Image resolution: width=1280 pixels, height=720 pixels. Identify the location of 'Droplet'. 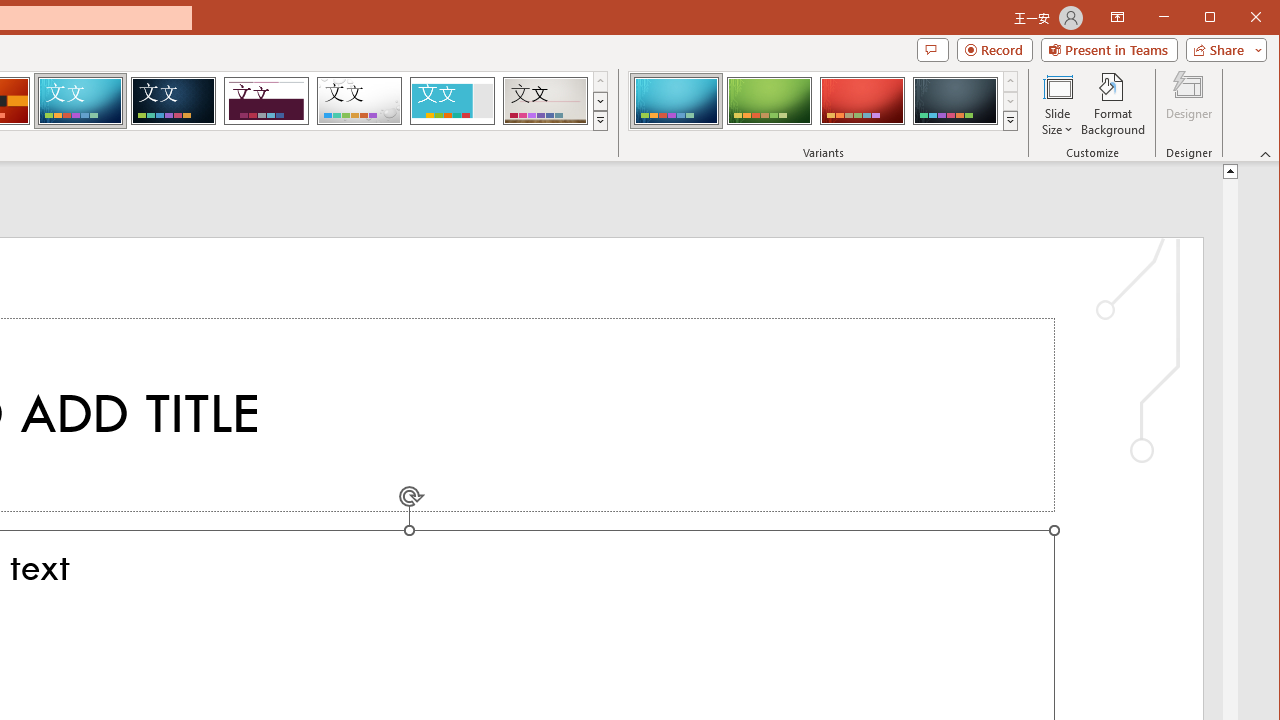
(359, 100).